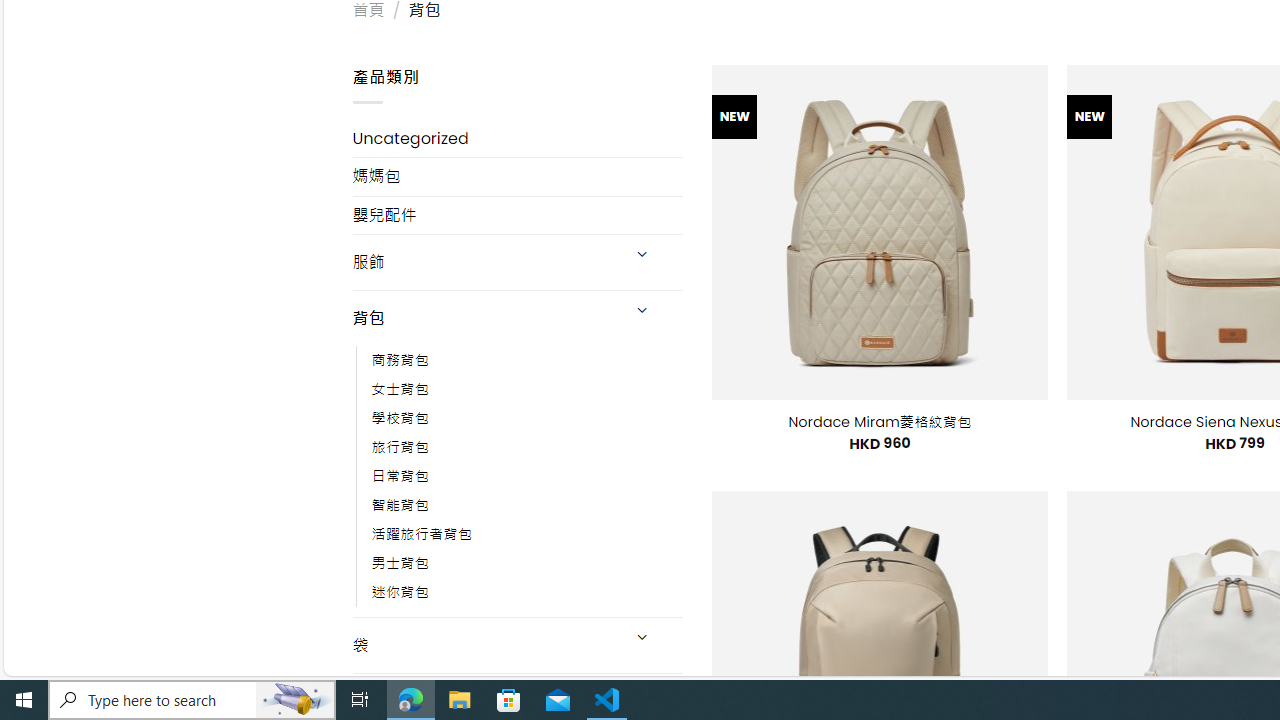 The height and width of the screenshot is (720, 1280). What do you see at coordinates (517, 137) in the screenshot?
I see `'Uncategorized'` at bounding box center [517, 137].